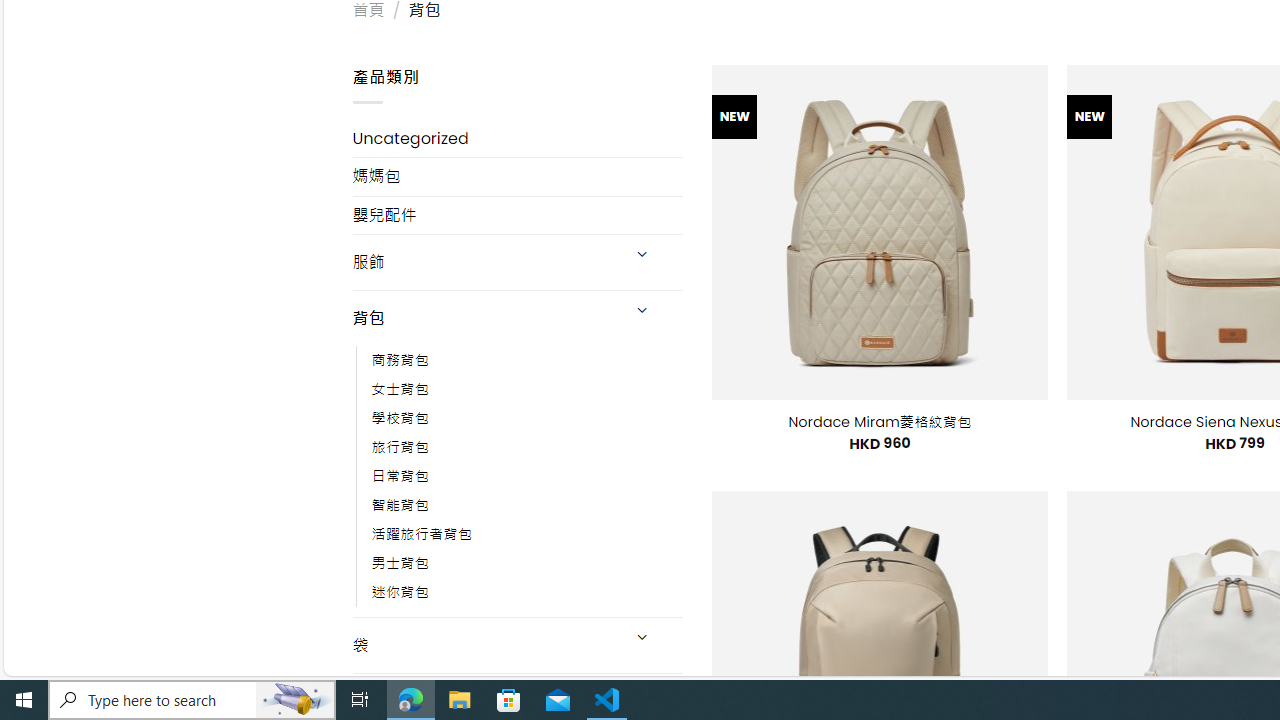 The height and width of the screenshot is (720, 1280). What do you see at coordinates (517, 137) in the screenshot?
I see `'Uncategorized'` at bounding box center [517, 137].